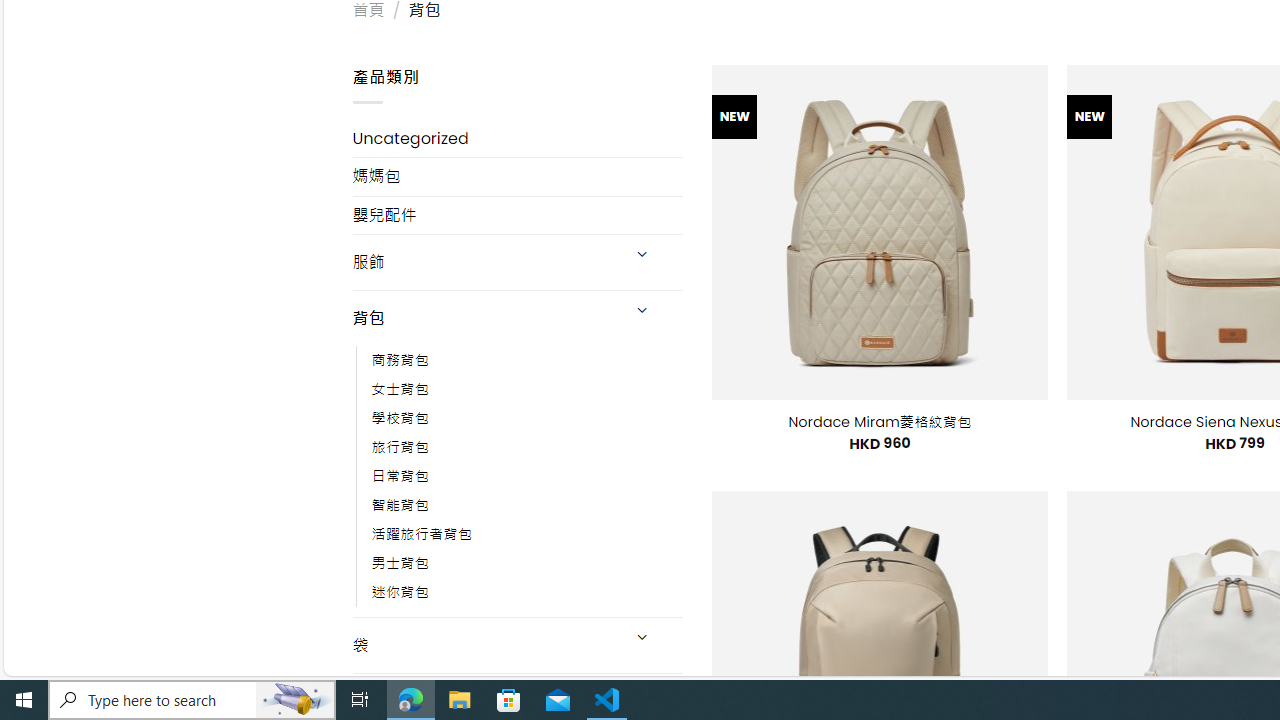 The height and width of the screenshot is (720, 1280). What do you see at coordinates (517, 137) in the screenshot?
I see `'Uncategorized'` at bounding box center [517, 137].